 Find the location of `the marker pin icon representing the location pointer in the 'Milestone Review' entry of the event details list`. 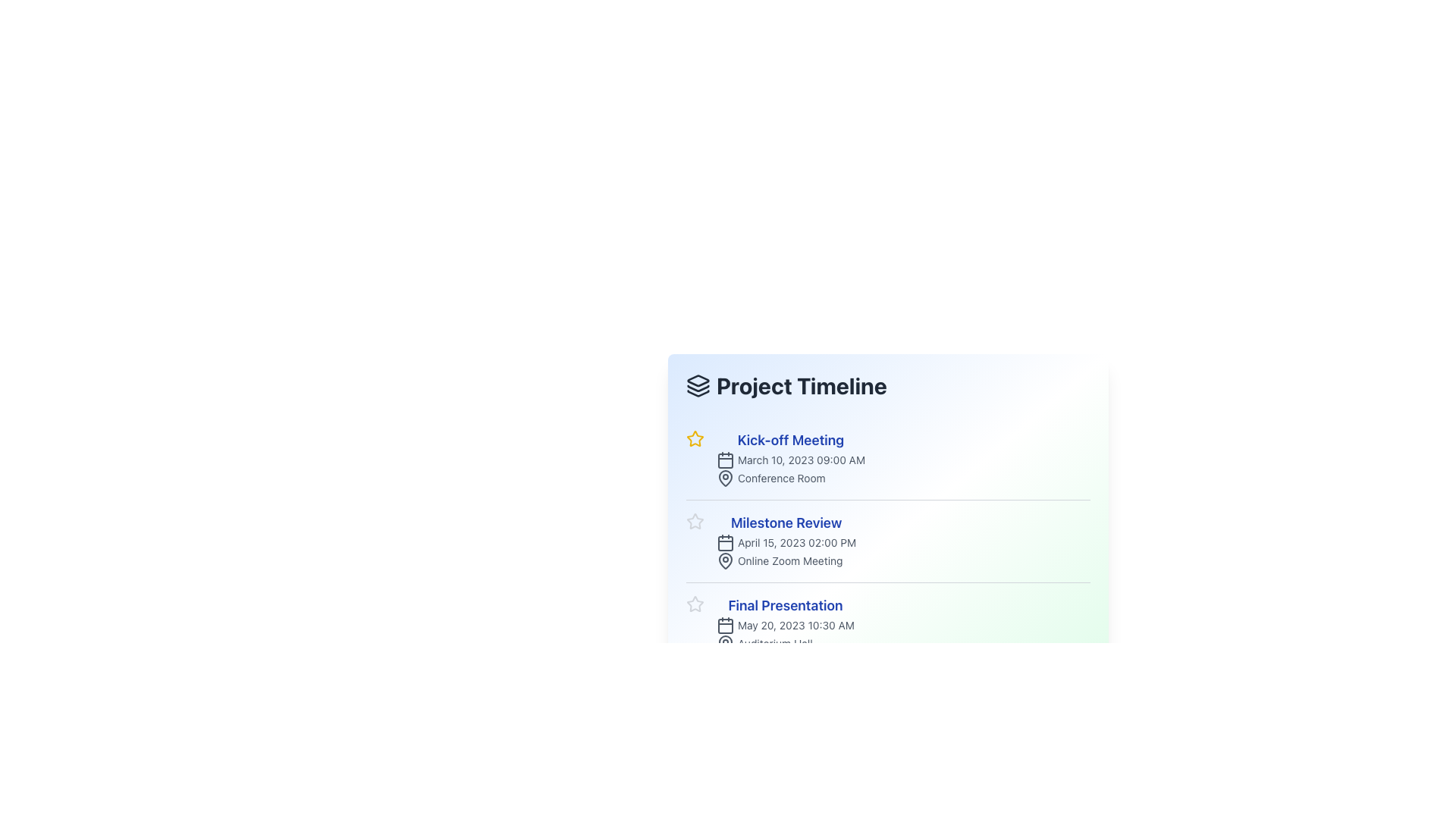

the marker pin icon representing the location pointer in the 'Milestone Review' entry of the event details list is located at coordinates (724, 560).